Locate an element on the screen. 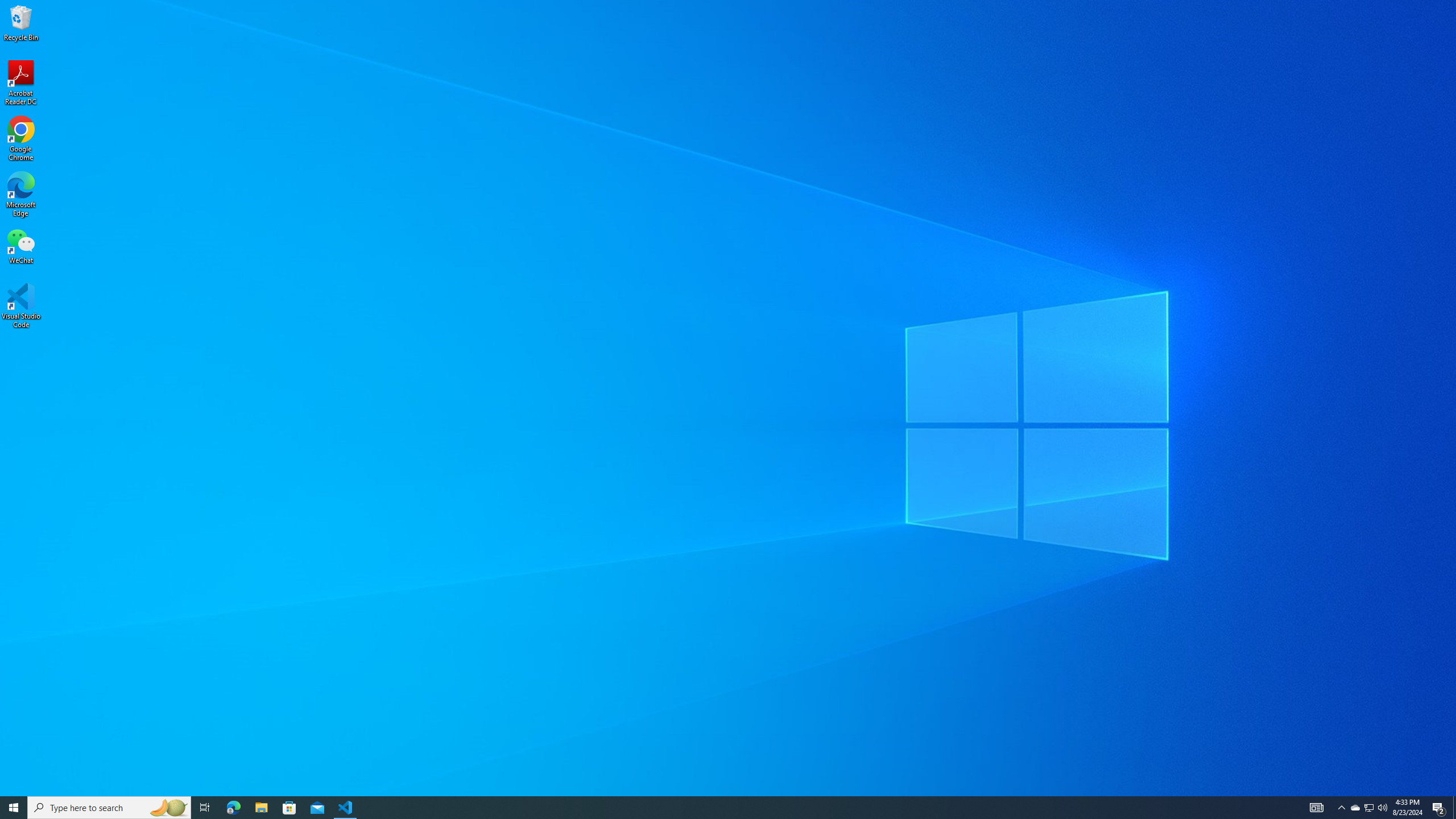 The image size is (1456, 819). 'Visual Studio Code' is located at coordinates (20, 305).